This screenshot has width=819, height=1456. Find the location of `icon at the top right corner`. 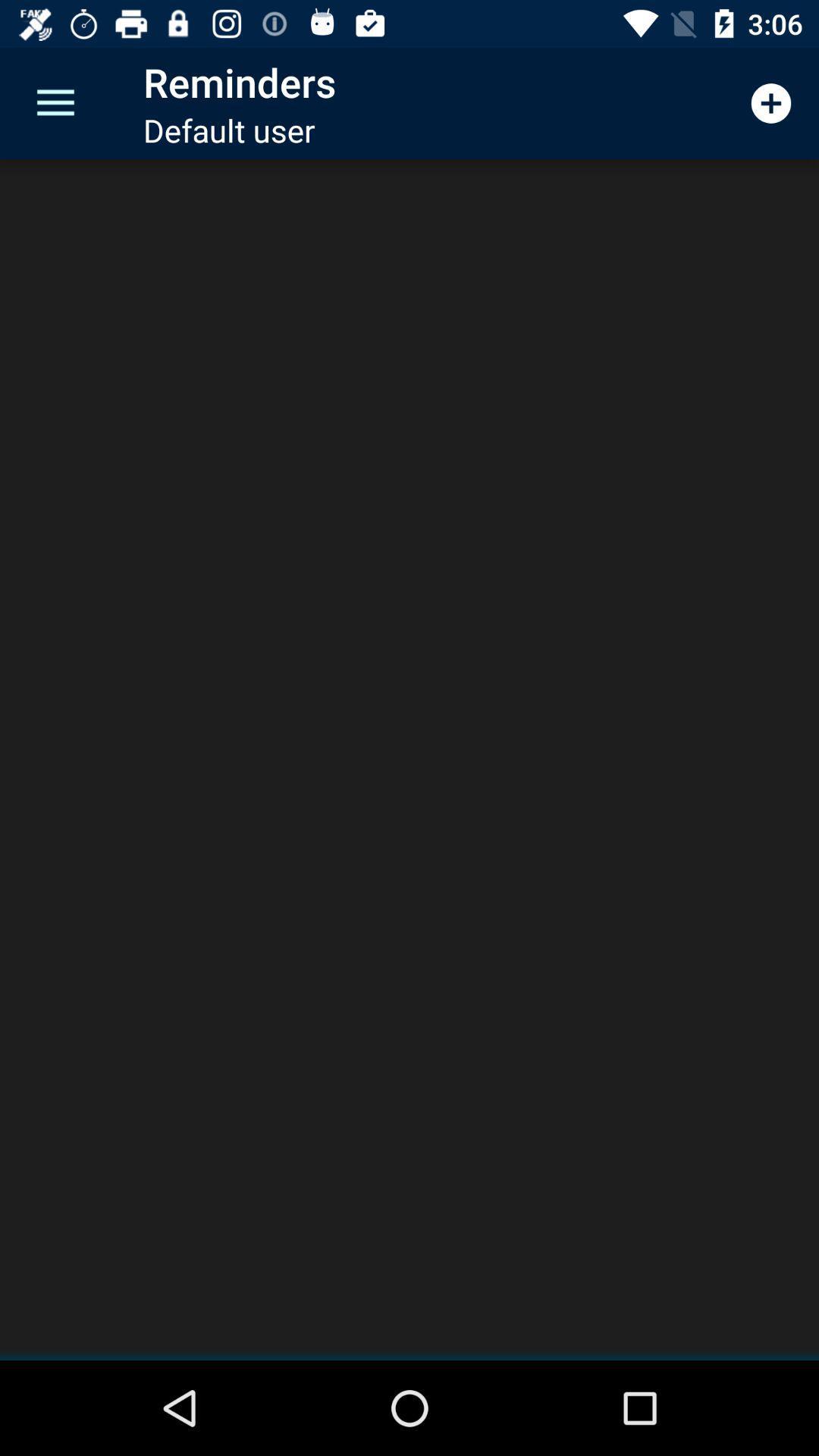

icon at the top right corner is located at coordinates (771, 102).